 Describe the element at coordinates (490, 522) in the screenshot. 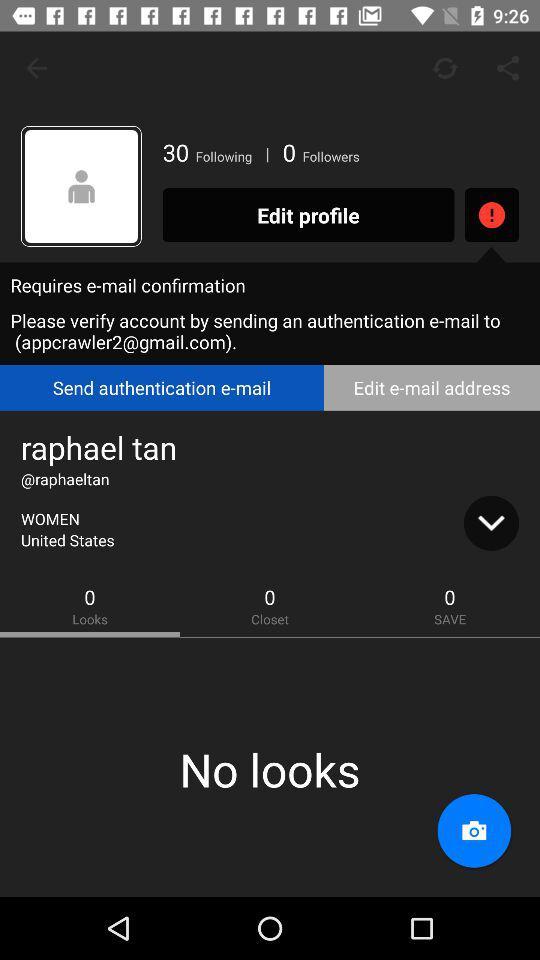

I see `icon below edit e mail` at that location.